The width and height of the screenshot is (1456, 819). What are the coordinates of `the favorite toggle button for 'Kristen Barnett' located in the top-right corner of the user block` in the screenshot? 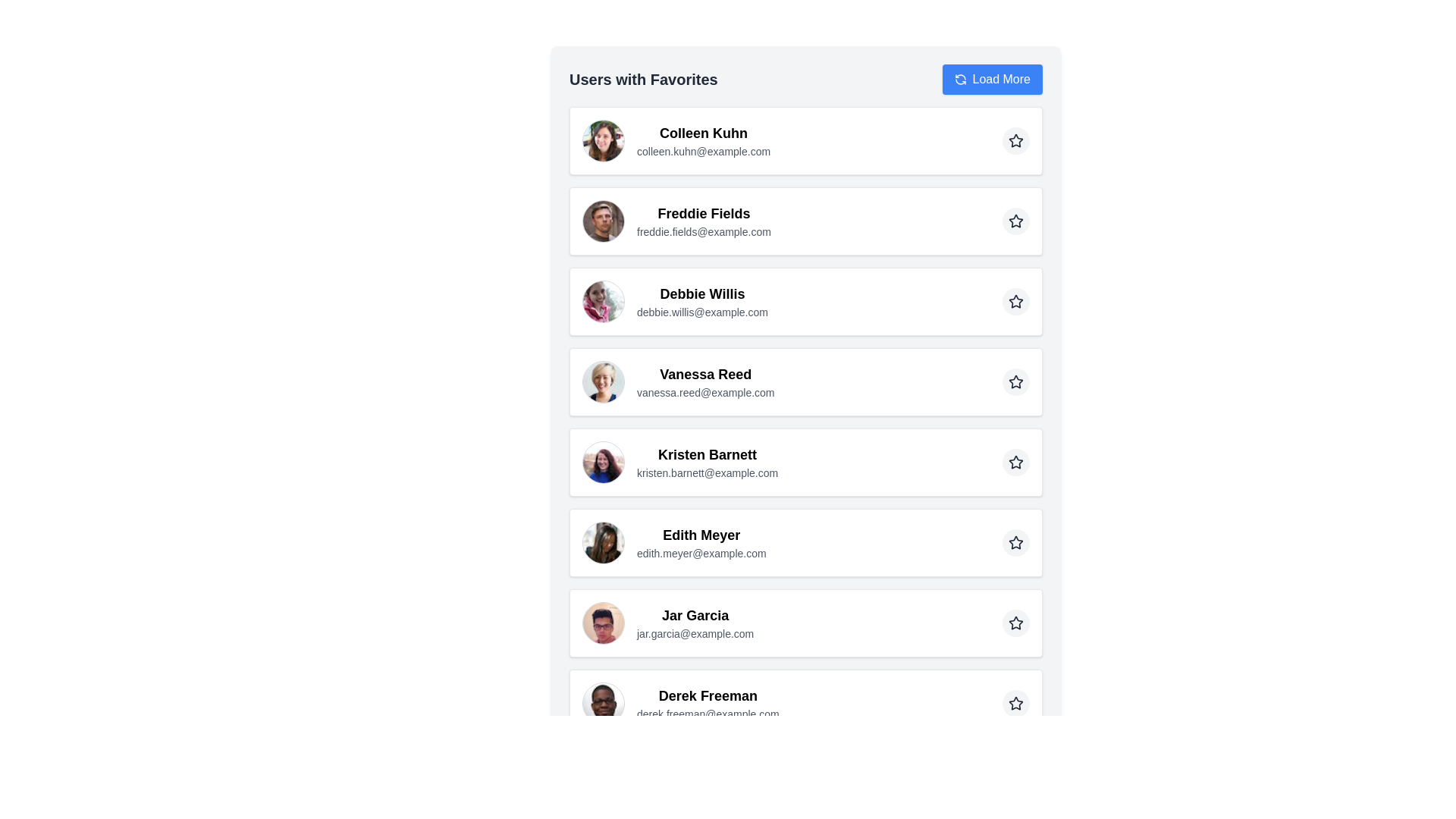 It's located at (1015, 461).